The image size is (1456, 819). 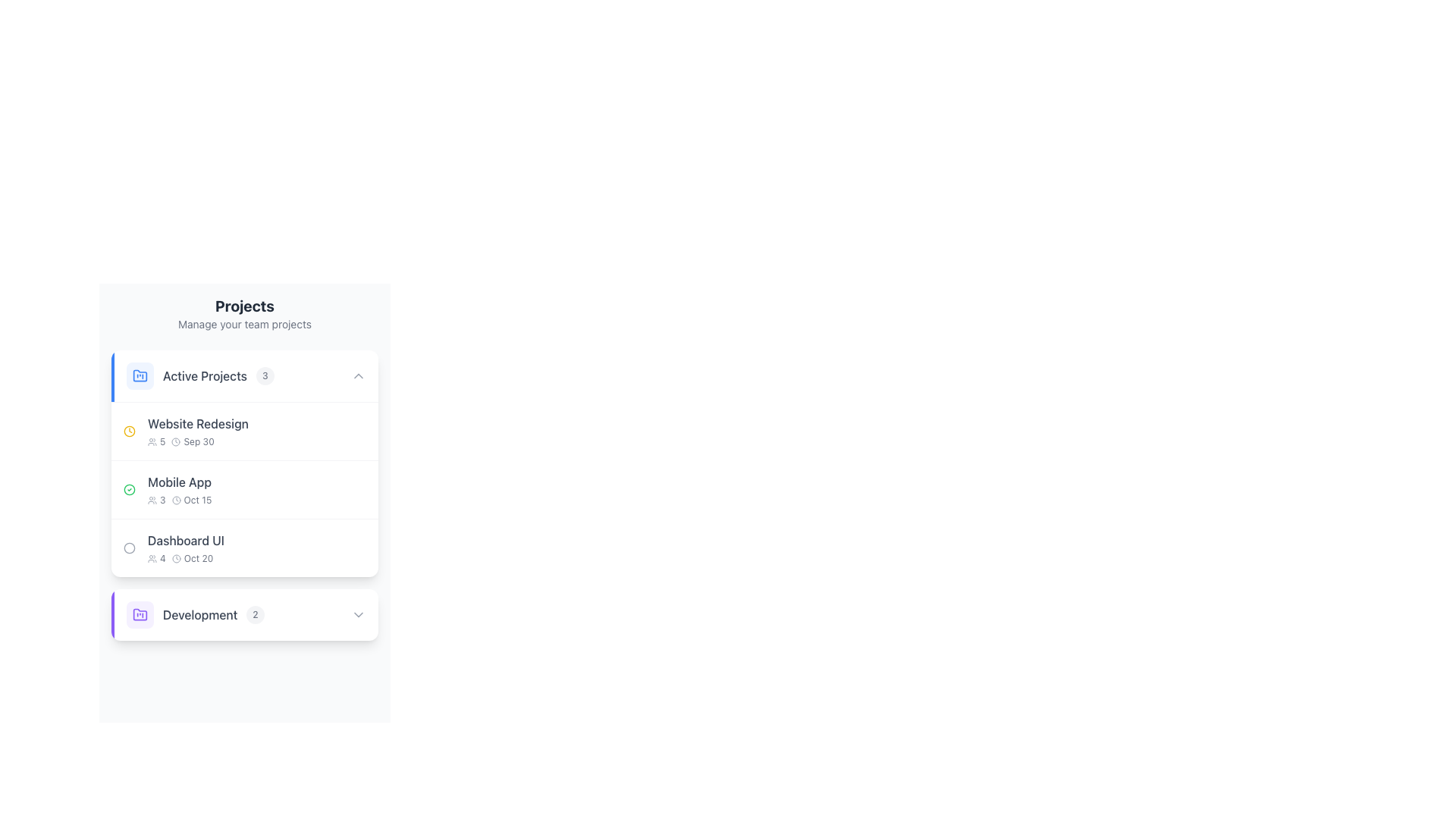 I want to click on the first item in the 'Active Projects' section, so click(x=244, y=430).